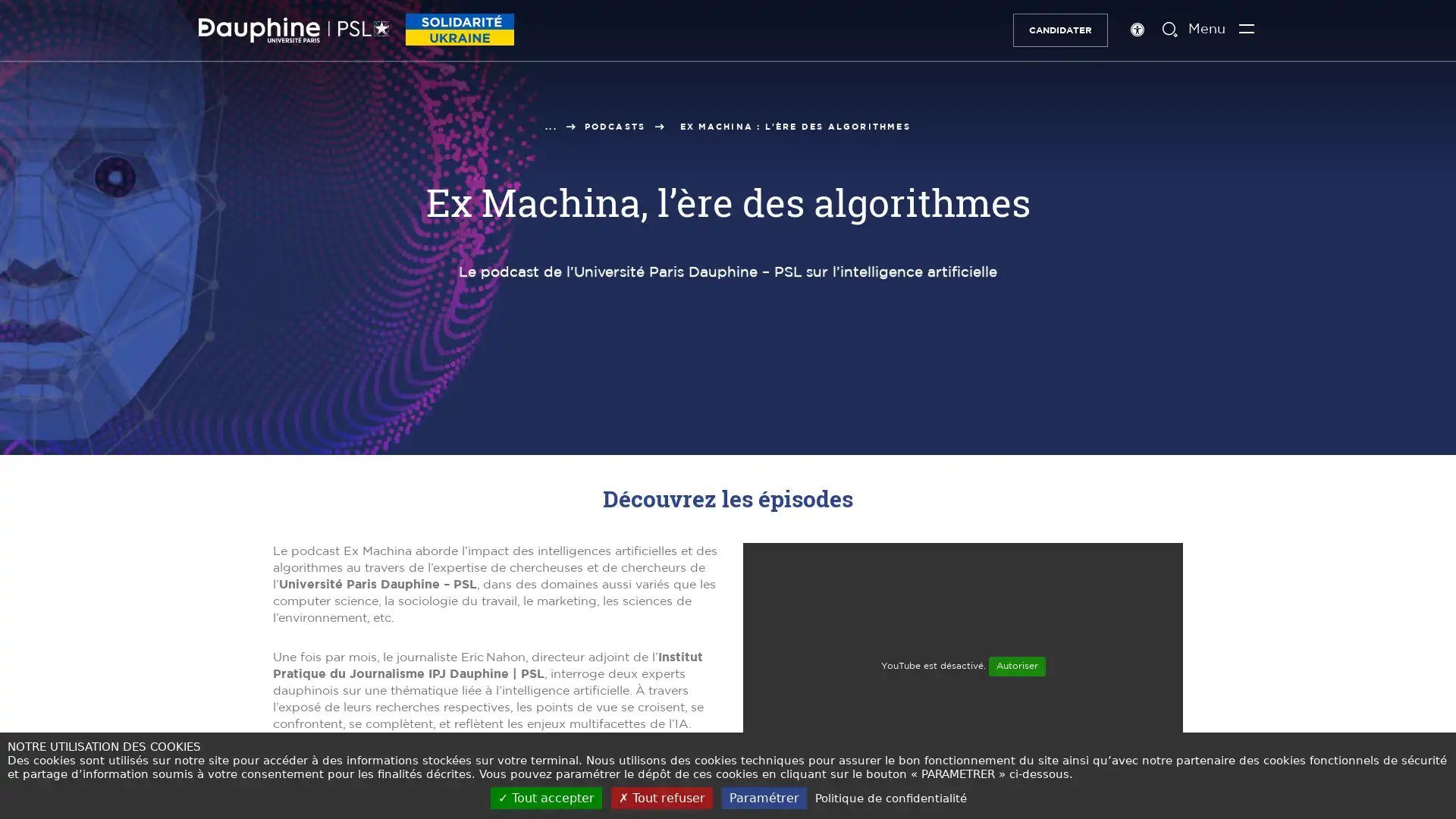  What do you see at coordinates (764, 797) in the screenshot?
I see `Parametrer (fenetre modale)` at bounding box center [764, 797].